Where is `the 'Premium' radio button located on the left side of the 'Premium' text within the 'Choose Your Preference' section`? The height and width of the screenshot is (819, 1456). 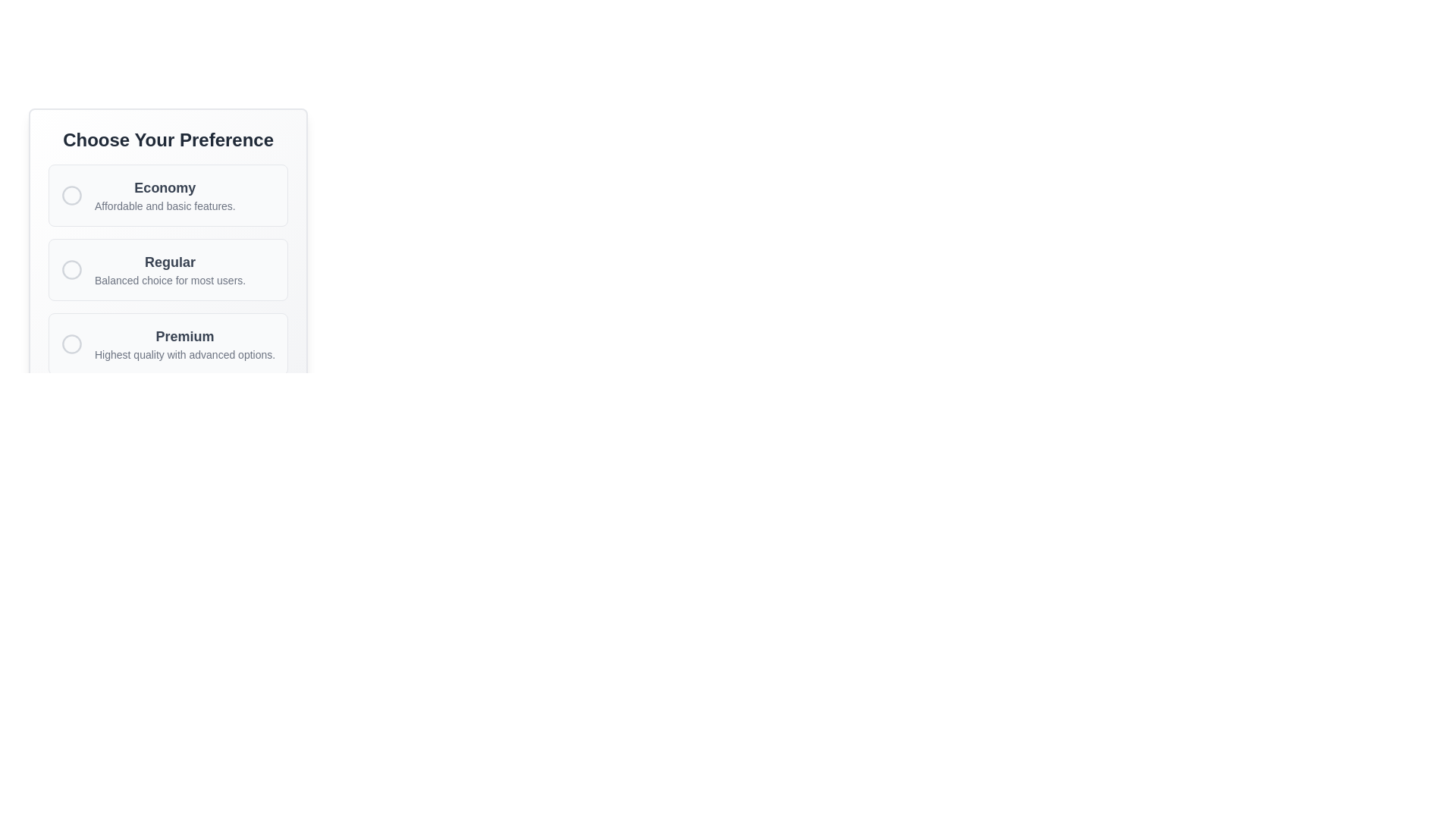 the 'Premium' radio button located on the left side of the 'Premium' text within the 'Choose Your Preference' section is located at coordinates (71, 344).